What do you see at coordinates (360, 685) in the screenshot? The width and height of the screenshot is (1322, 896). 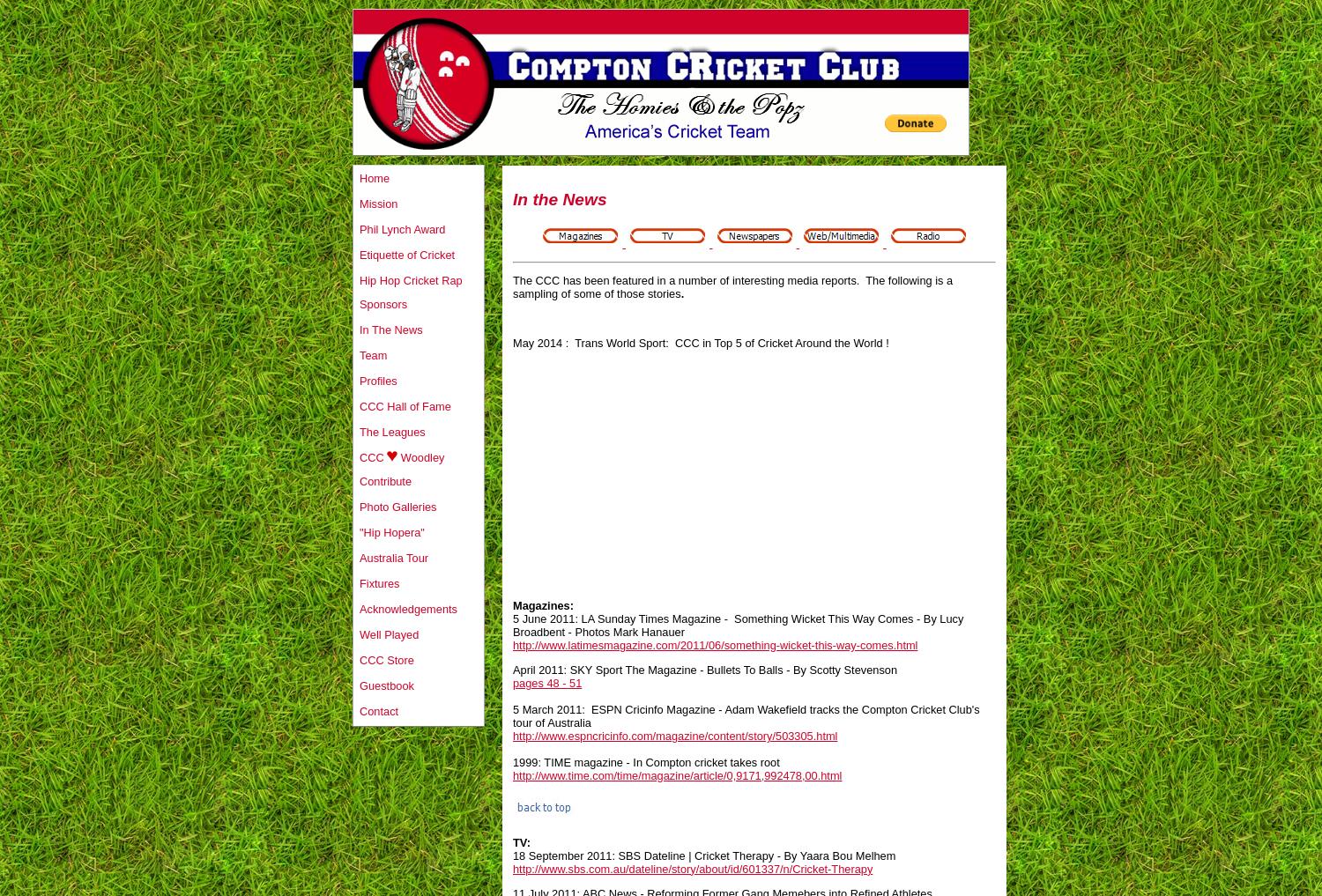 I see `'Guestbook'` at bounding box center [360, 685].